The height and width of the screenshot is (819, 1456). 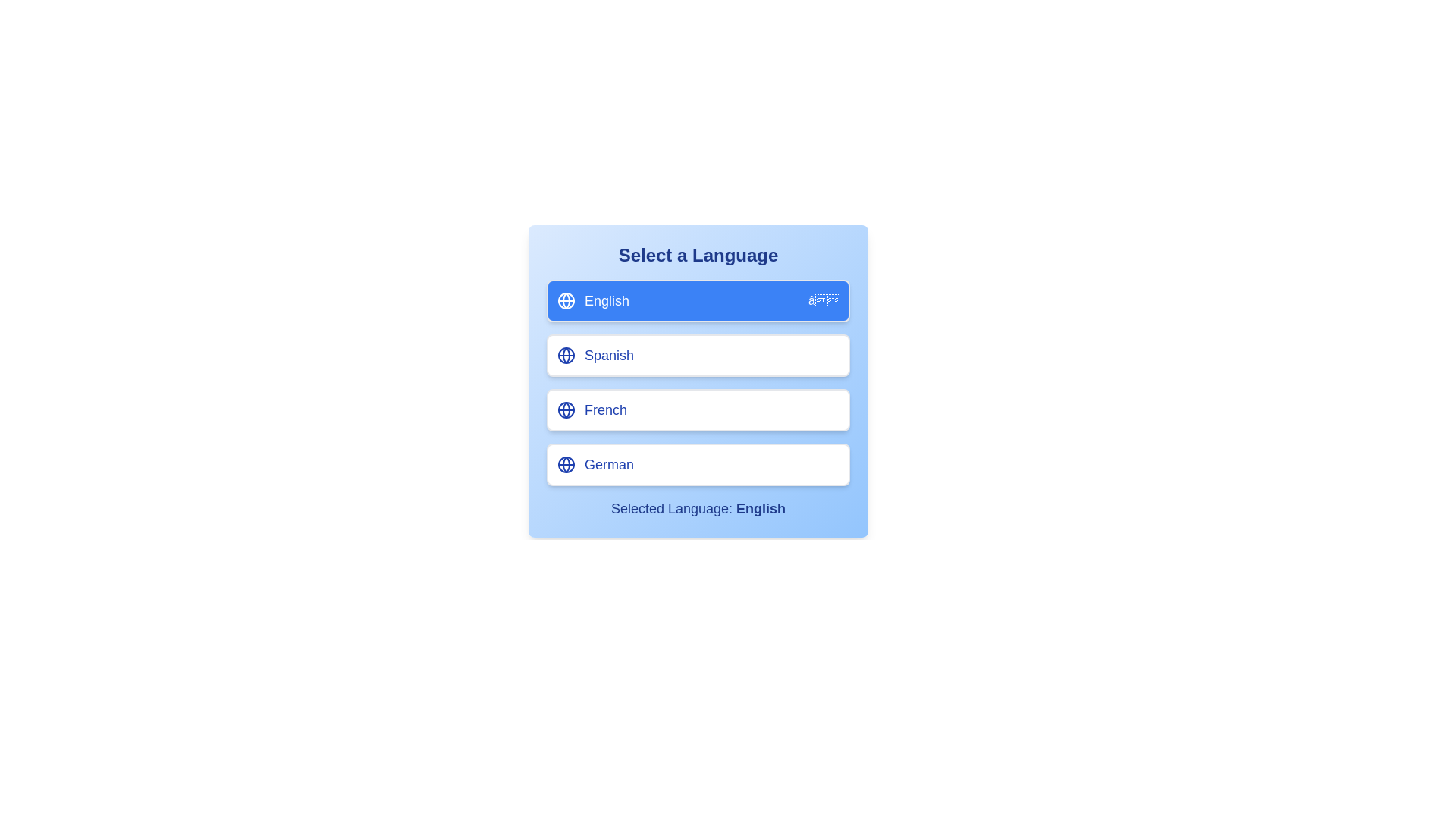 What do you see at coordinates (698, 373) in the screenshot?
I see `the 'Spanish' button located in the modal dialog titled 'Select a Language', which is the second item in a vertically stacked list, directly beneath the 'English' button` at bounding box center [698, 373].